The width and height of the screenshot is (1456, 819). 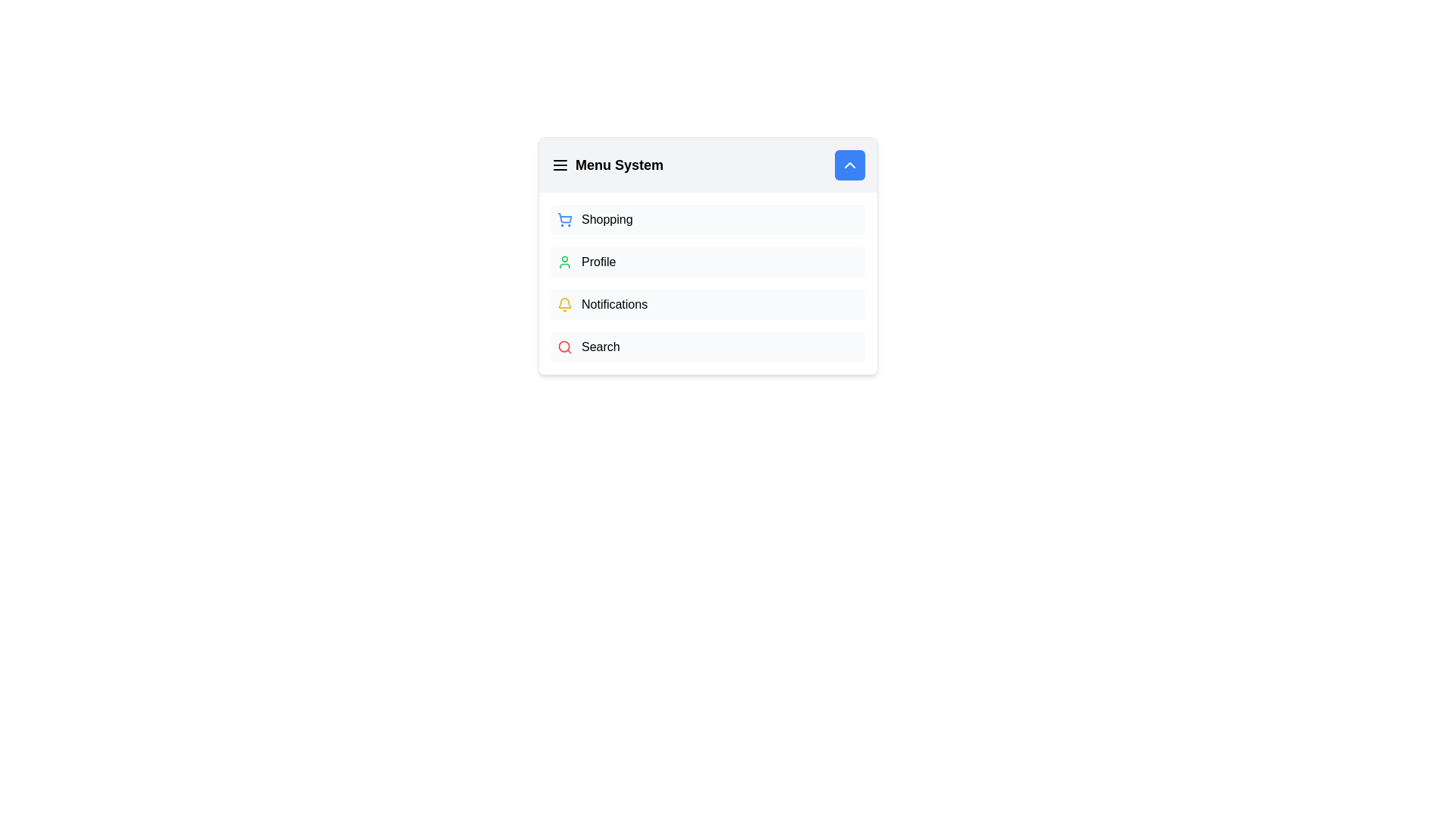 I want to click on the fourth button in the vertical menu list, located beneath the 'Notifications' button, so click(x=708, y=347).